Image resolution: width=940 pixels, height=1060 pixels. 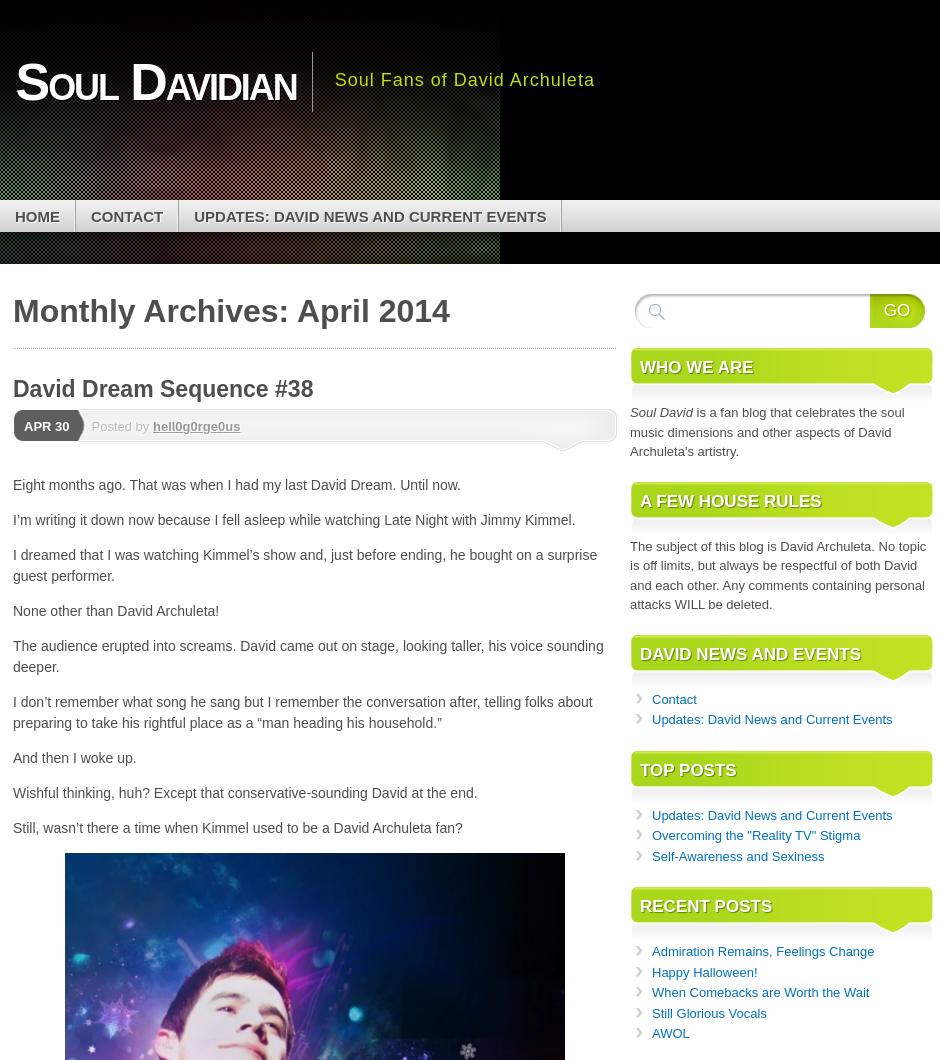 I want to click on 'is a fan blog that celebrates the soul music dimensions and other aspects of David Archuleta's artistry.', so click(x=629, y=430).